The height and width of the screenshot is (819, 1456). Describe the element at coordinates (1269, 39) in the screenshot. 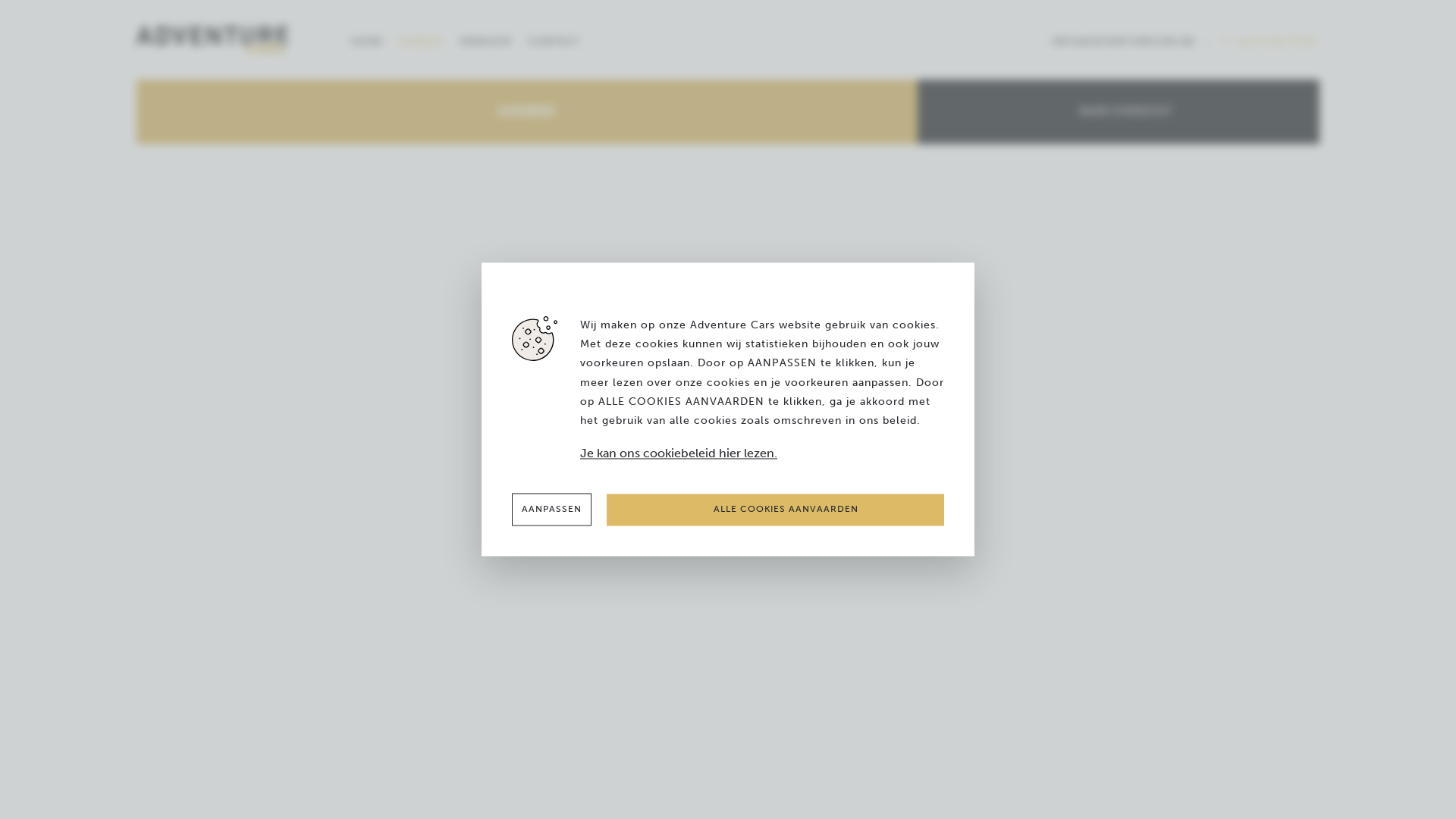

I see `'T. +32 9 230 79 81'` at that location.